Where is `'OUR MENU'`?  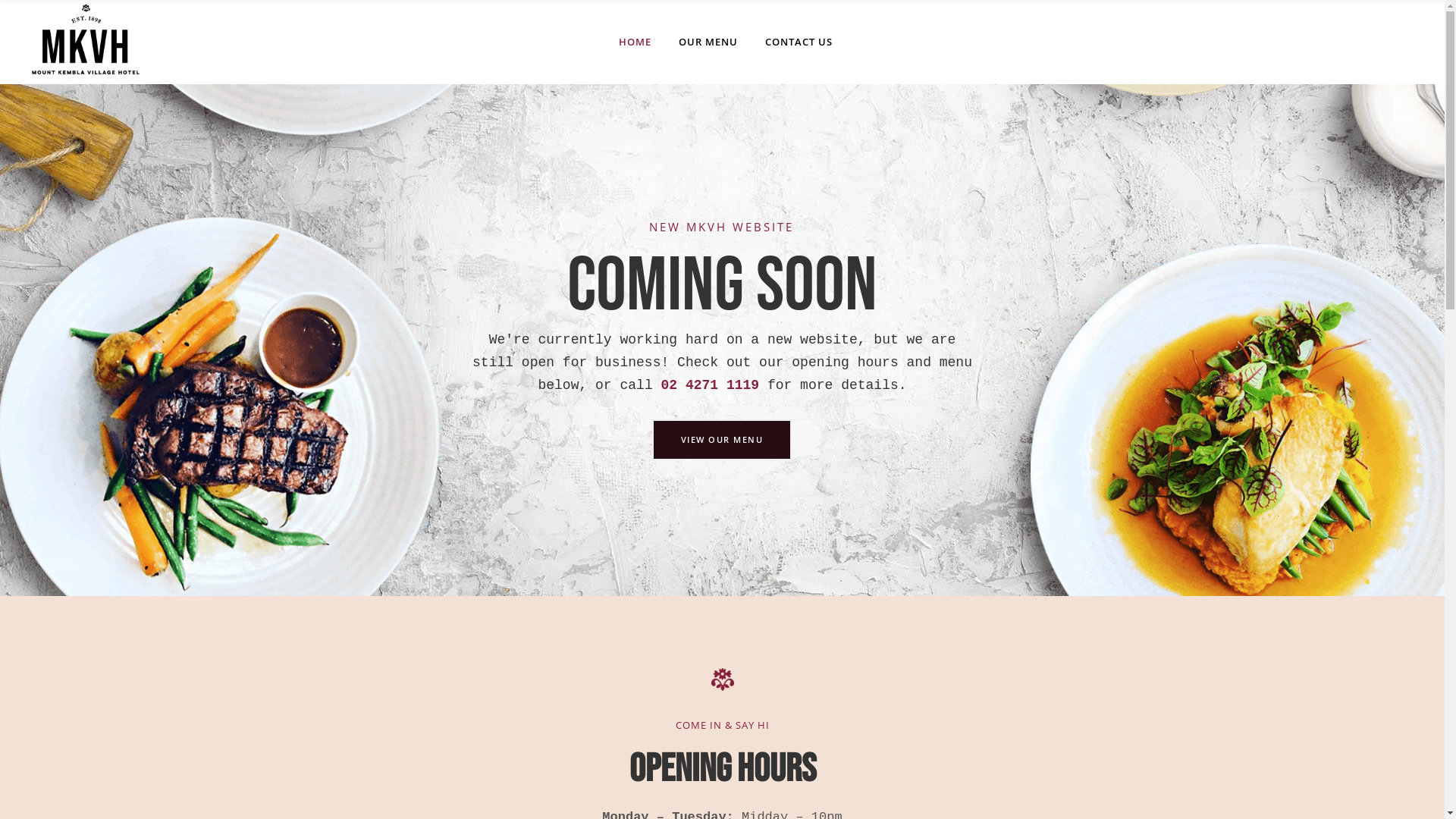
'OUR MENU' is located at coordinates (708, 41).